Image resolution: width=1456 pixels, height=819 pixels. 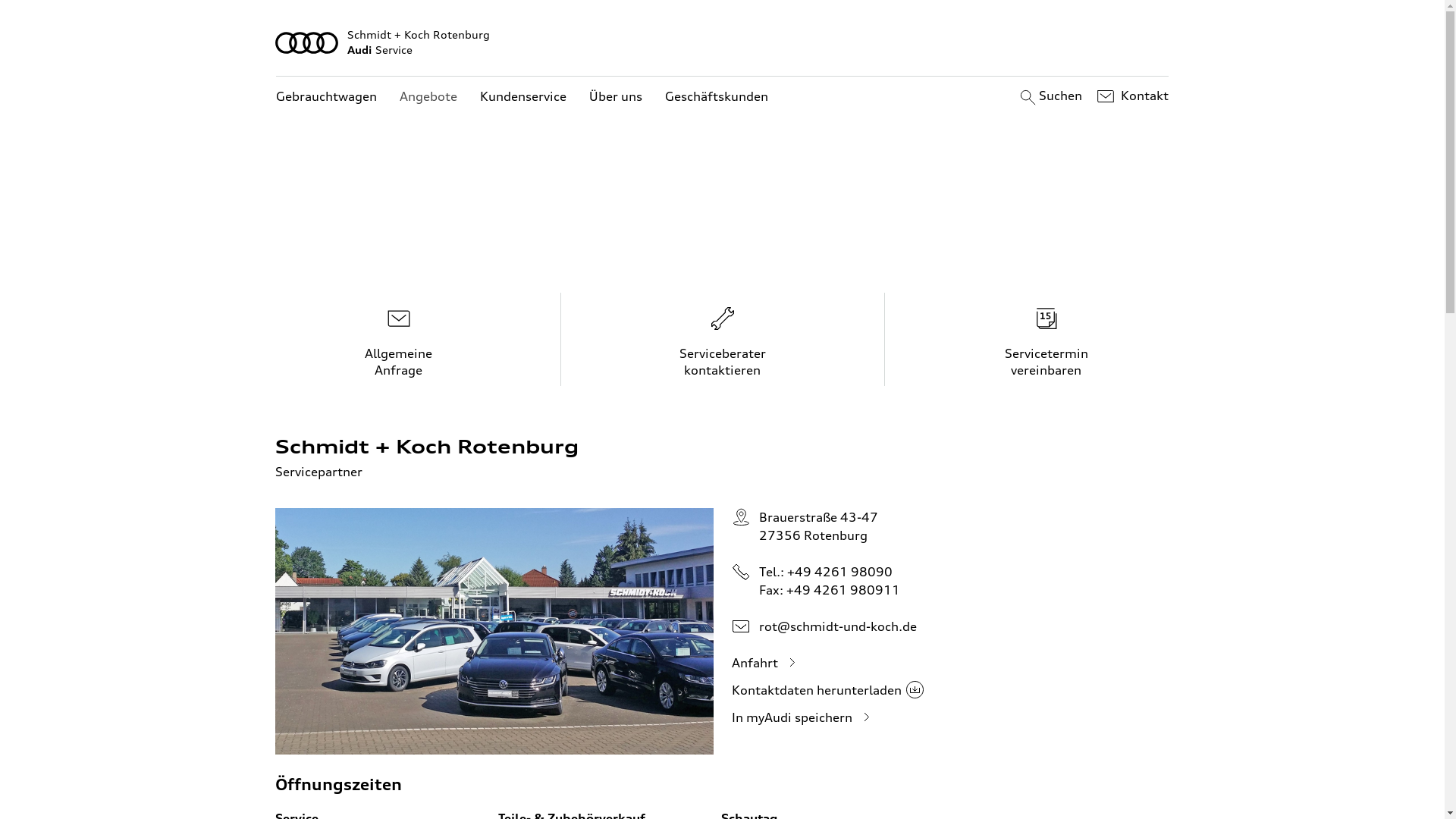 What do you see at coordinates (1048, 96) in the screenshot?
I see `'Suchen'` at bounding box center [1048, 96].